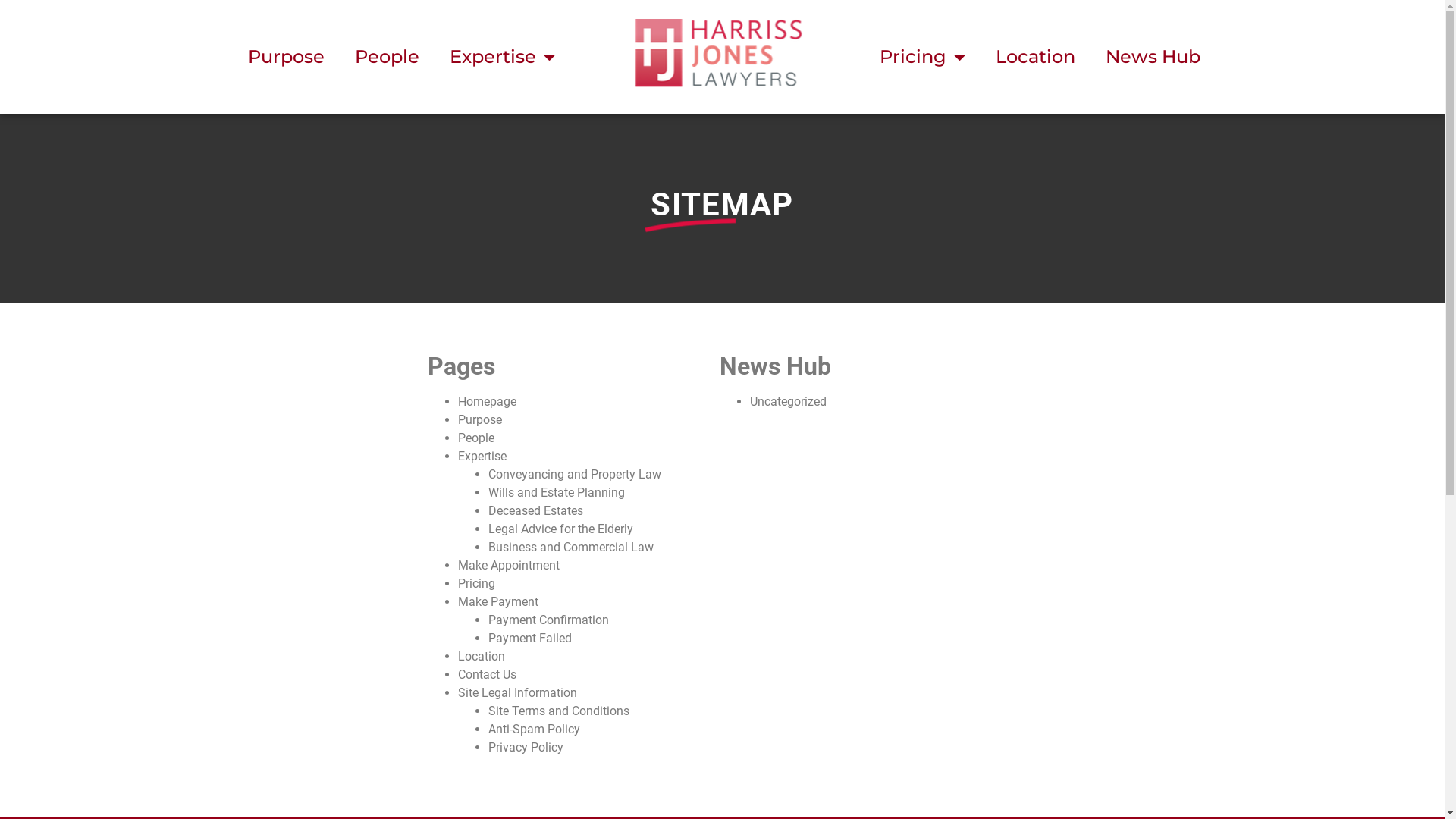 This screenshot has height=819, width=1456. What do you see at coordinates (481, 455) in the screenshot?
I see `'Expertise'` at bounding box center [481, 455].